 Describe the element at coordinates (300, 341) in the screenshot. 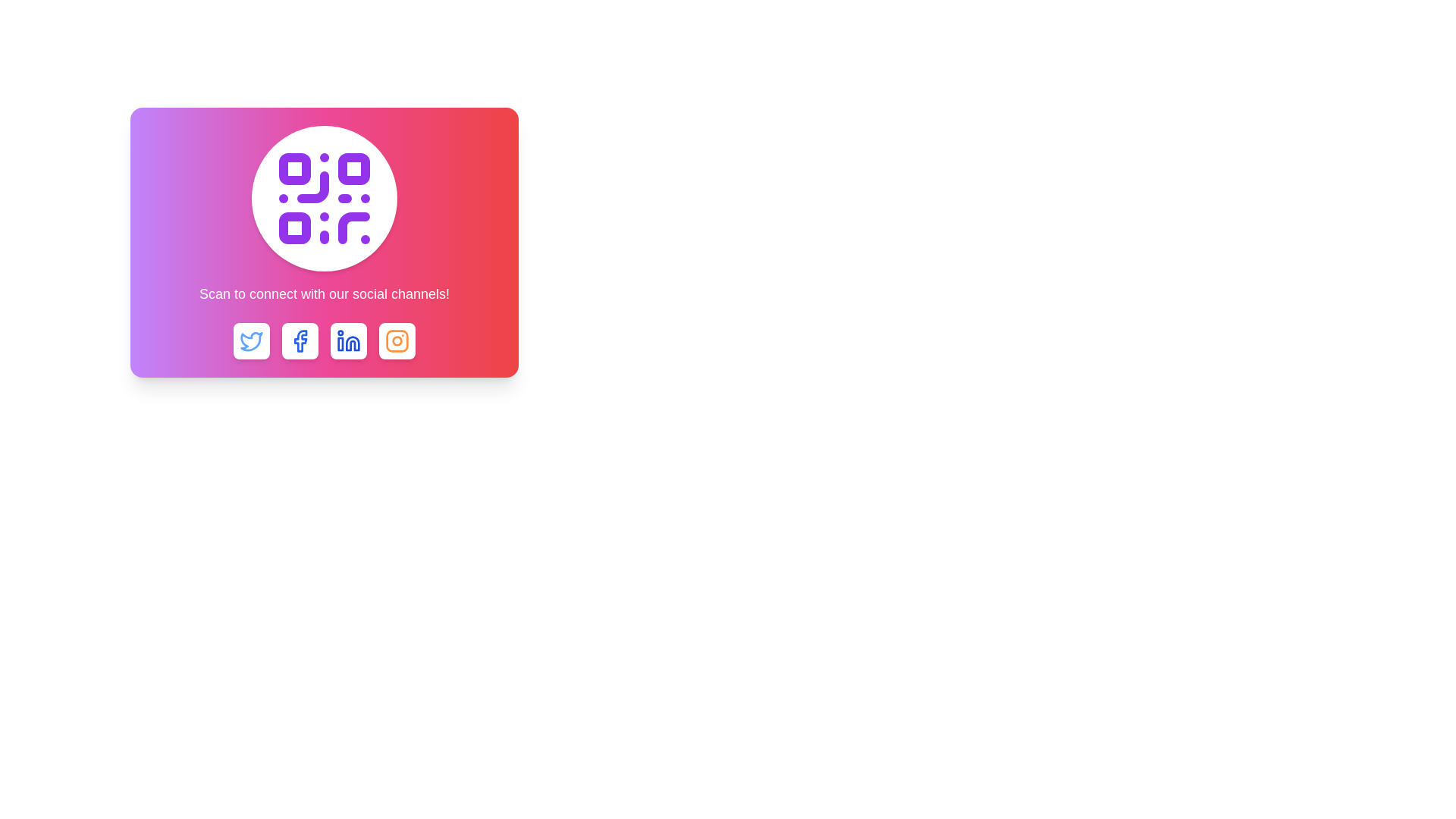

I see `the Facebook icon located as the third icon from the left in a horizontal arrangement of social media icons at the bottom of a card-like component` at that location.